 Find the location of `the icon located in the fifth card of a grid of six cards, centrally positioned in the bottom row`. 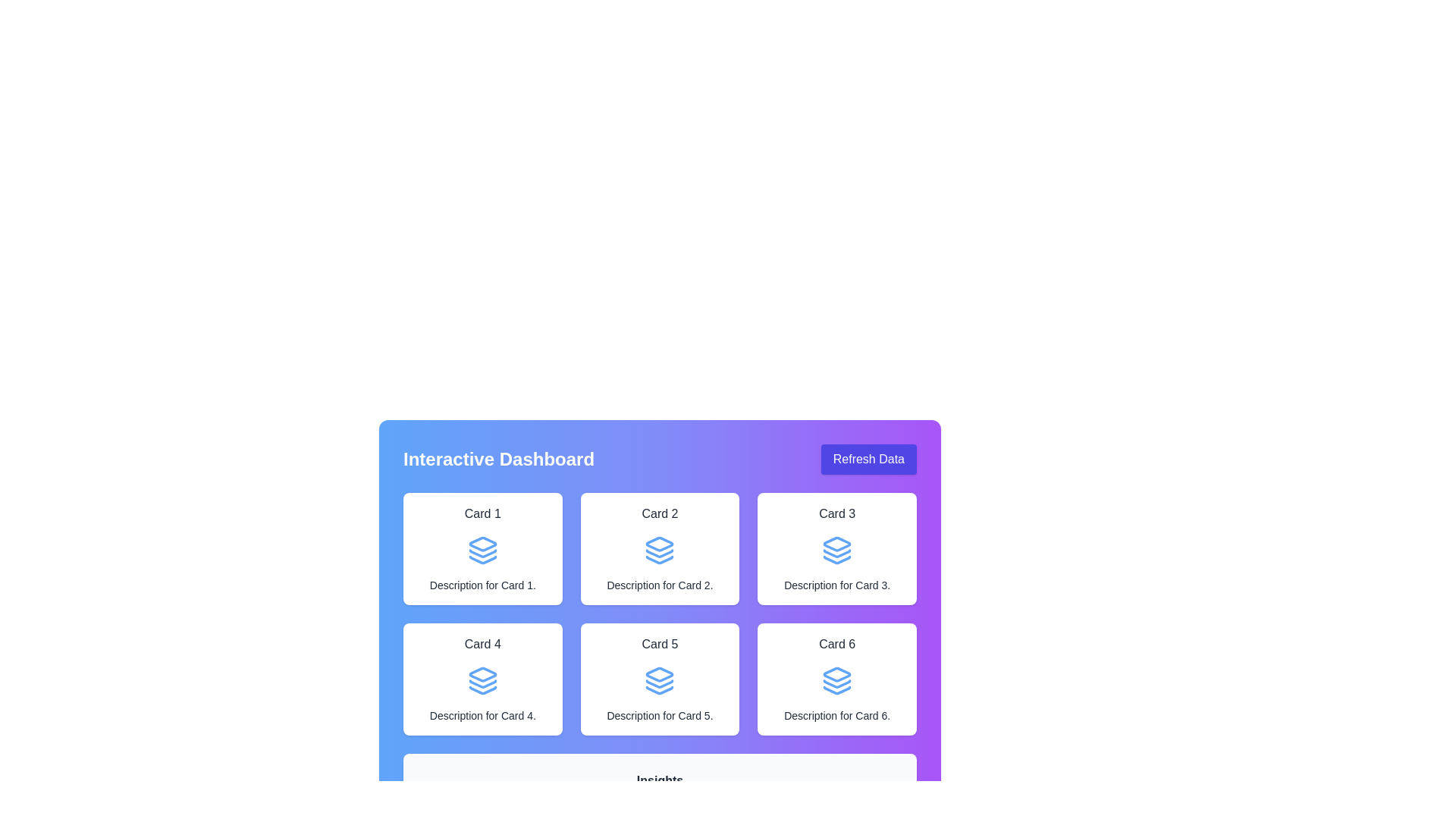

the icon located in the fifth card of a grid of six cards, centrally positioned in the bottom row is located at coordinates (660, 673).